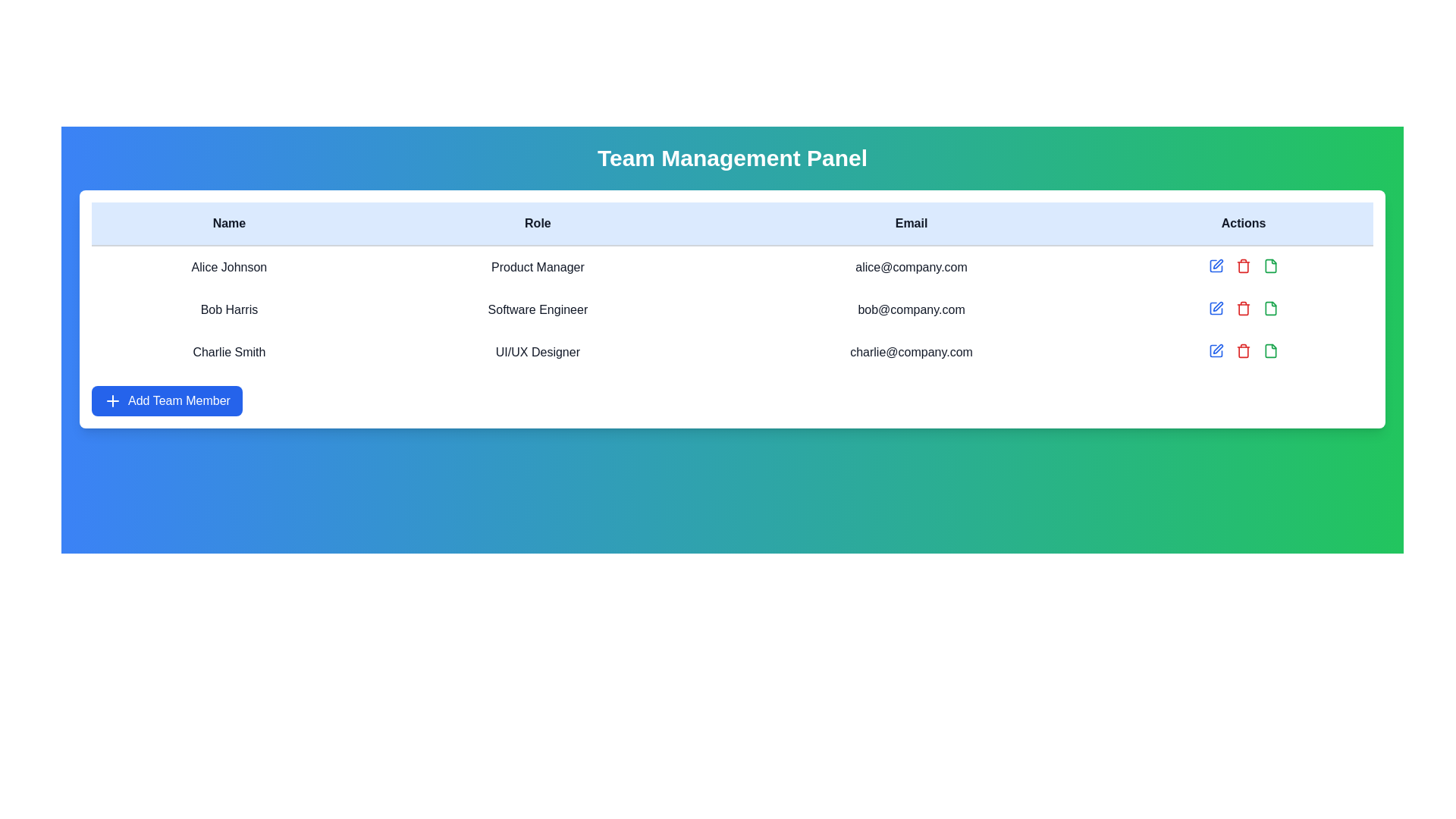 The width and height of the screenshot is (1456, 819). What do you see at coordinates (228, 224) in the screenshot?
I see `the text label displaying 'Name', which is styled in bold and centrally aligned within a light blue background, located at the top-left of the data table header row` at bounding box center [228, 224].